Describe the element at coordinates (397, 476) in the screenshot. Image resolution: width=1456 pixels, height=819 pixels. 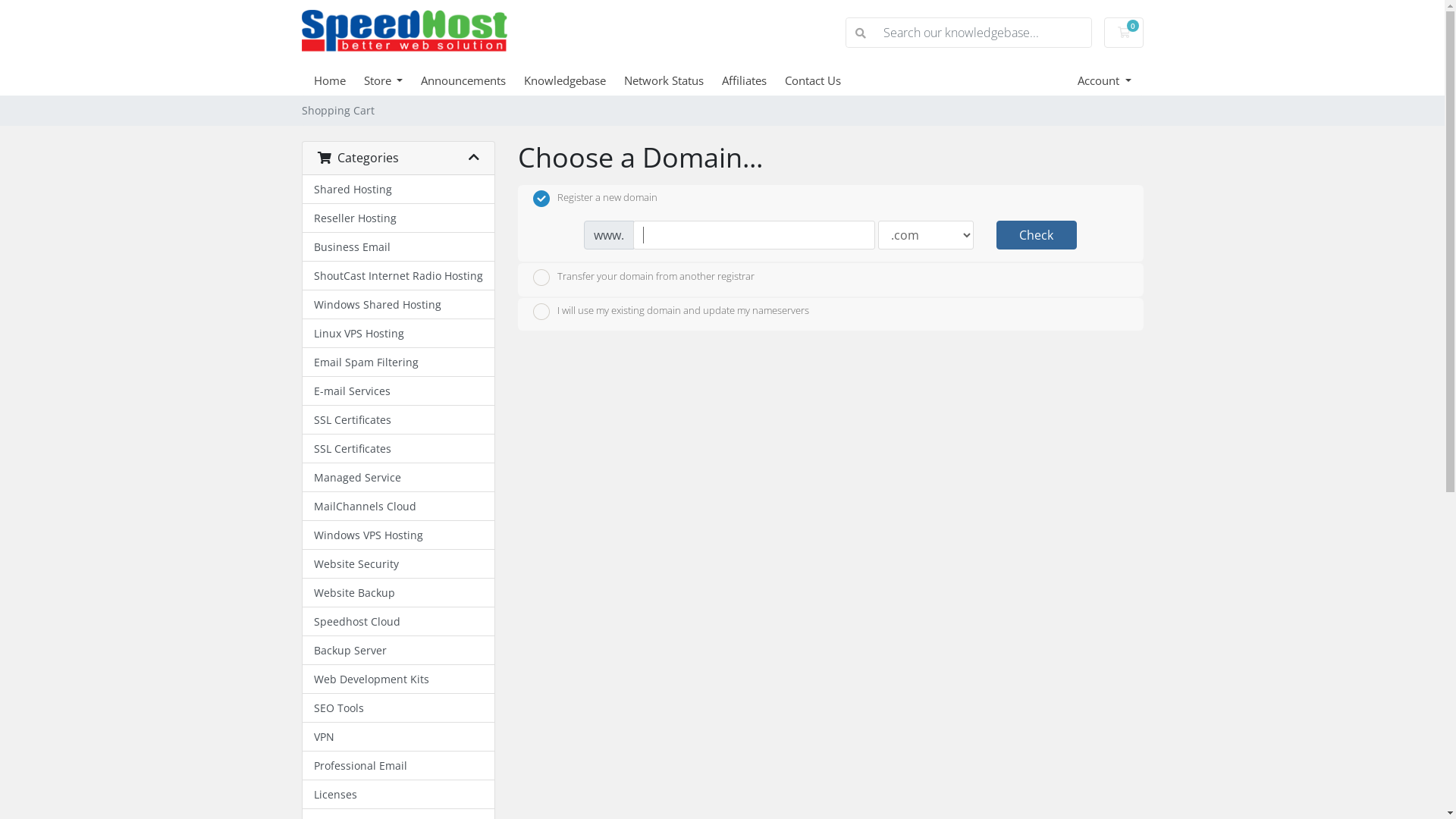
I see `'Managed Service'` at that location.